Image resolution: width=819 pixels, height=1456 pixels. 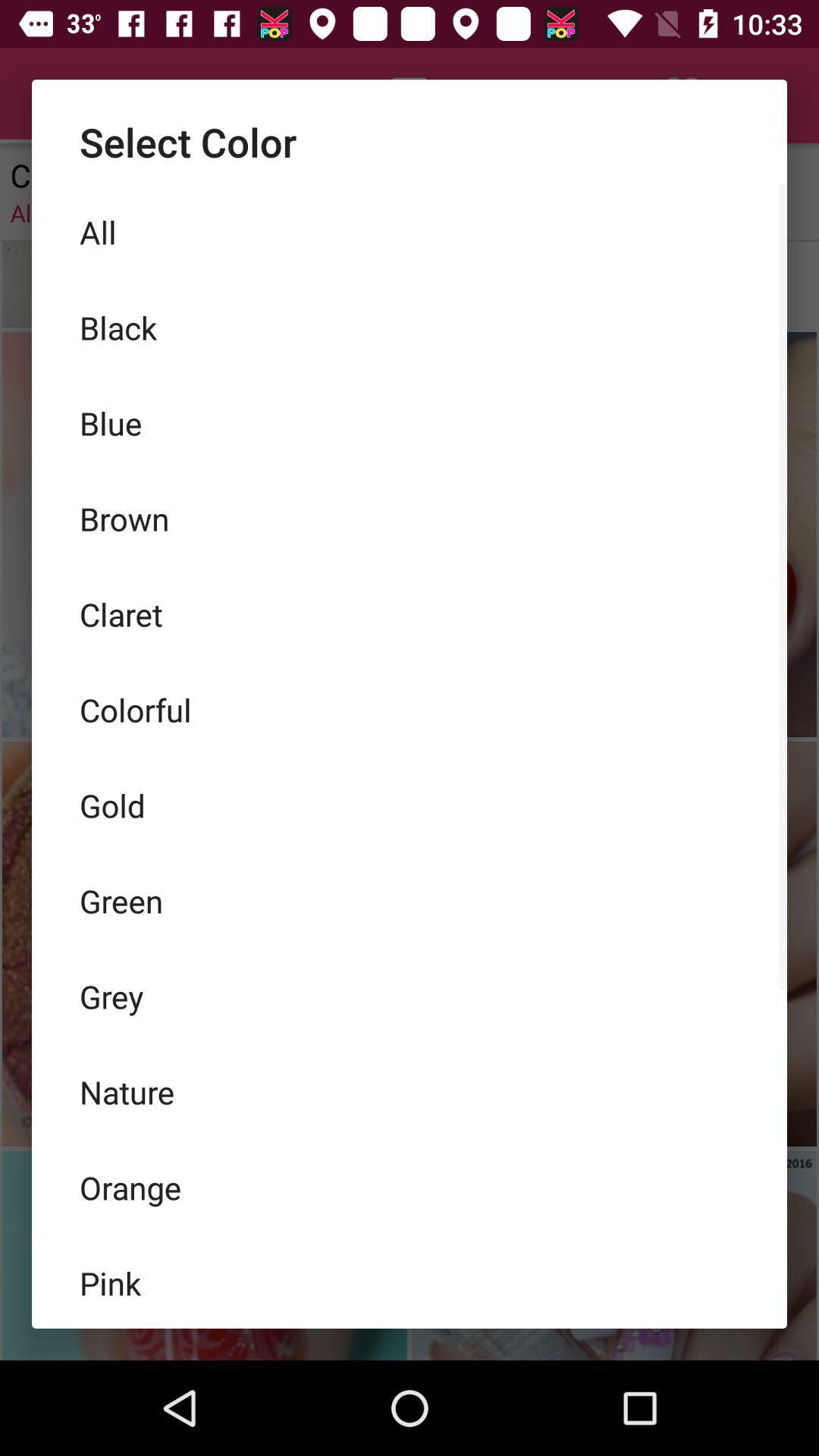 What do you see at coordinates (409, 804) in the screenshot?
I see `icon above green` at bounding box center [409, 804].